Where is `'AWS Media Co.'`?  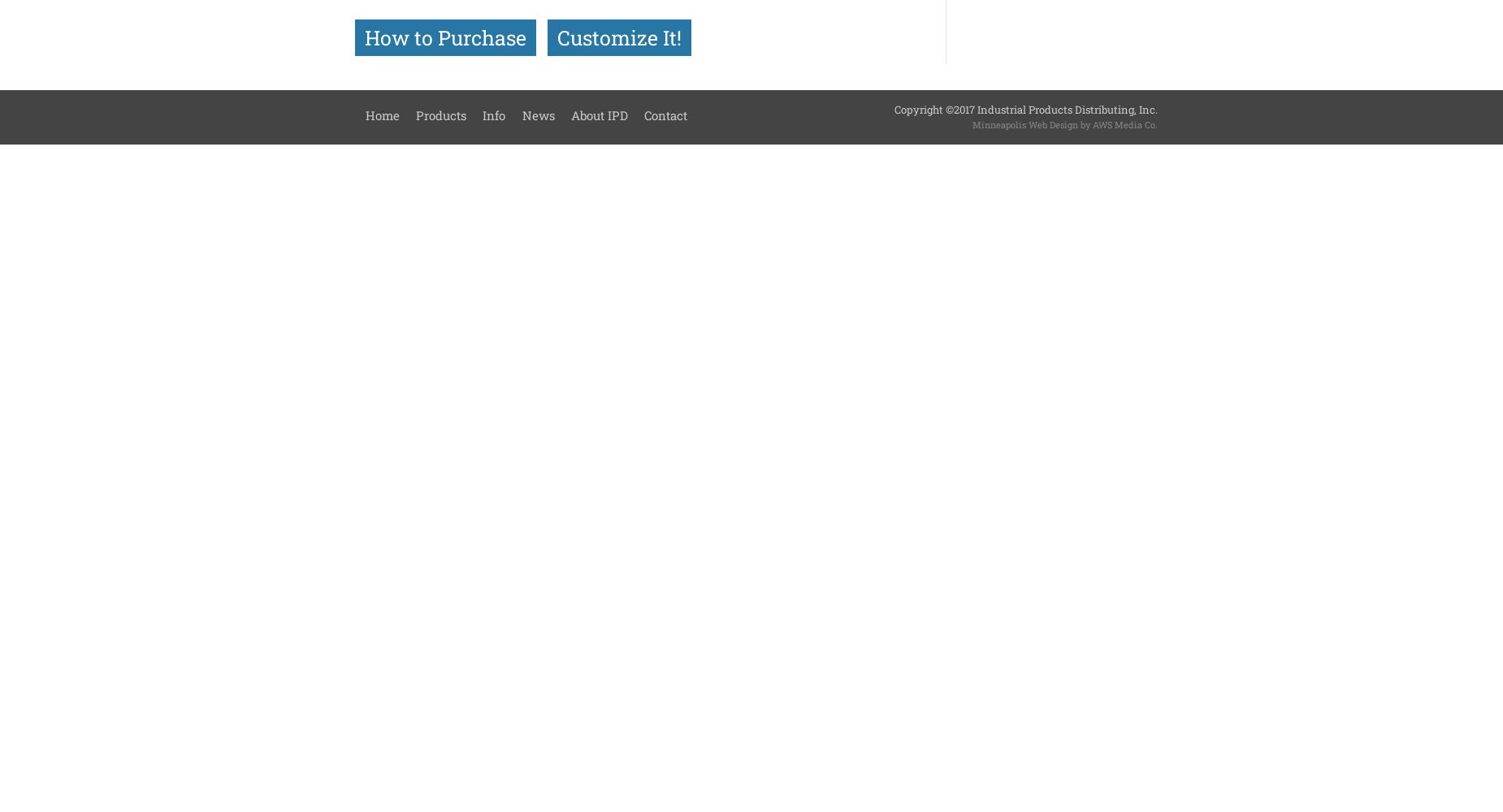
'AWS Media Co.' is located at coordinates (1091, 123).